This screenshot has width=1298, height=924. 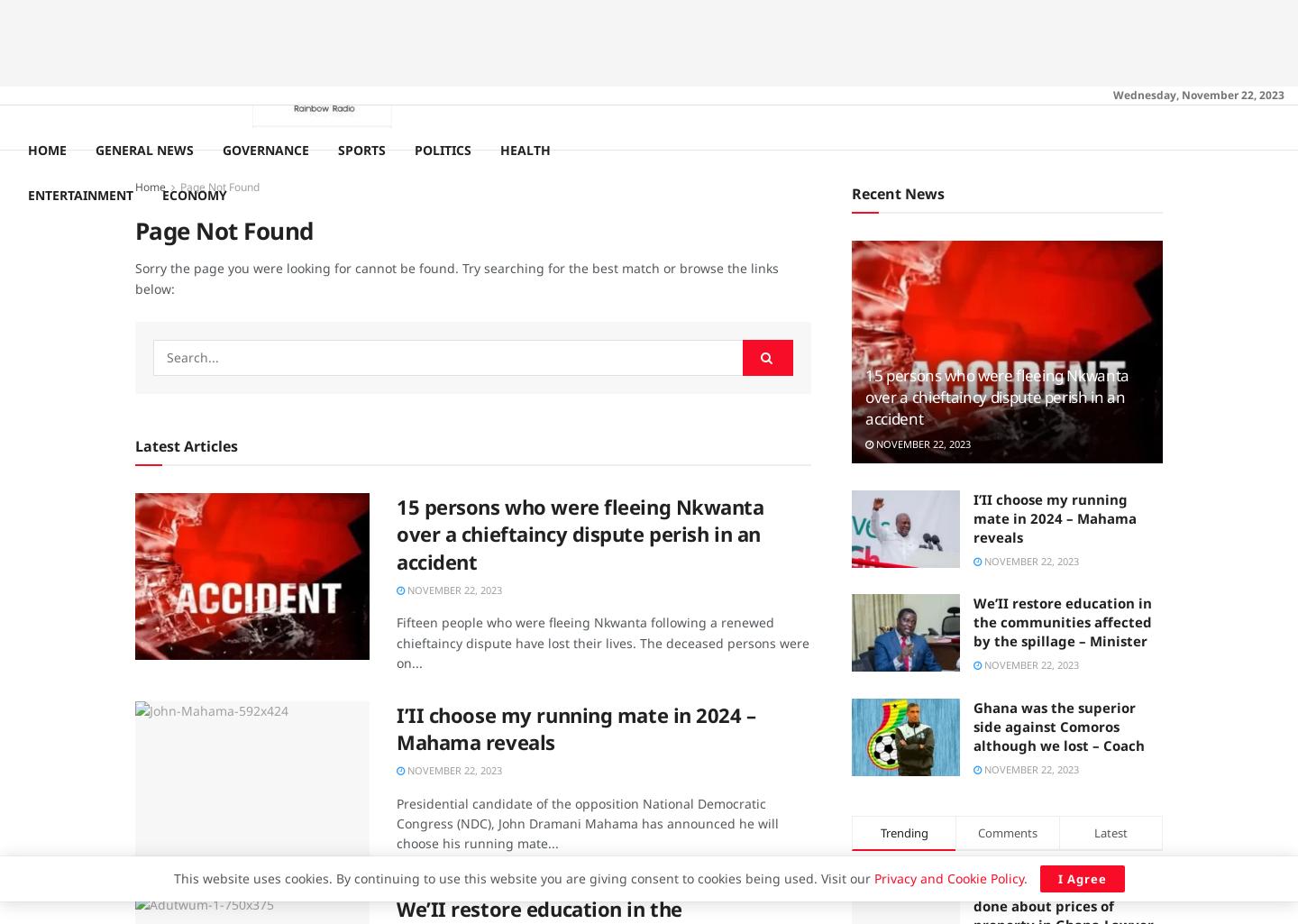 What do you see at coordinates (1026, 878) in the screenshot?
I see `'.'` at bounding box center [1026, 878].